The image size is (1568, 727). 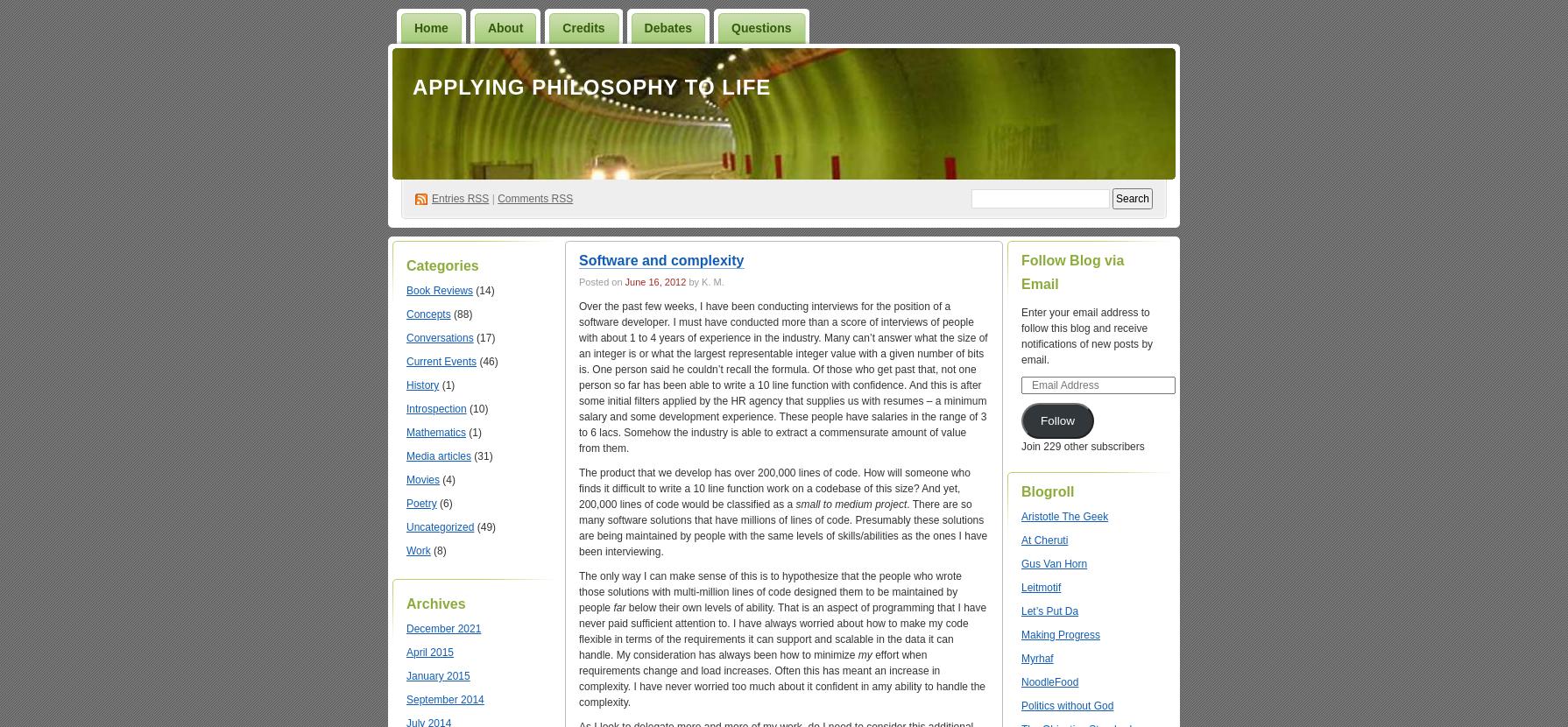 I want to click on '|', so click(x=491, y=198).